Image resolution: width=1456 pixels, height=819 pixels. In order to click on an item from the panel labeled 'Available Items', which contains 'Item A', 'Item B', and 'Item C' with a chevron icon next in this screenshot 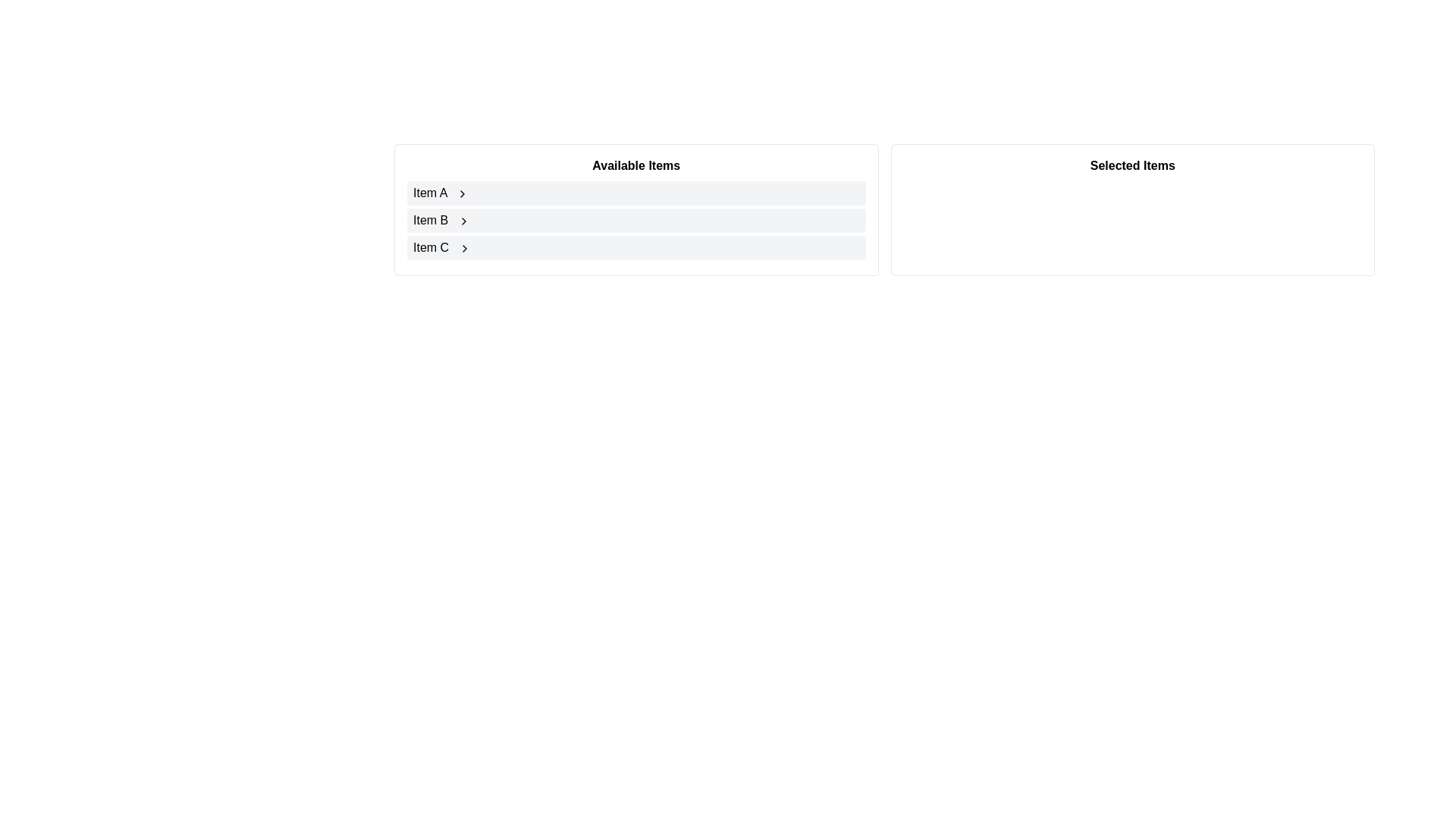, I will do `click(636, 210)`.